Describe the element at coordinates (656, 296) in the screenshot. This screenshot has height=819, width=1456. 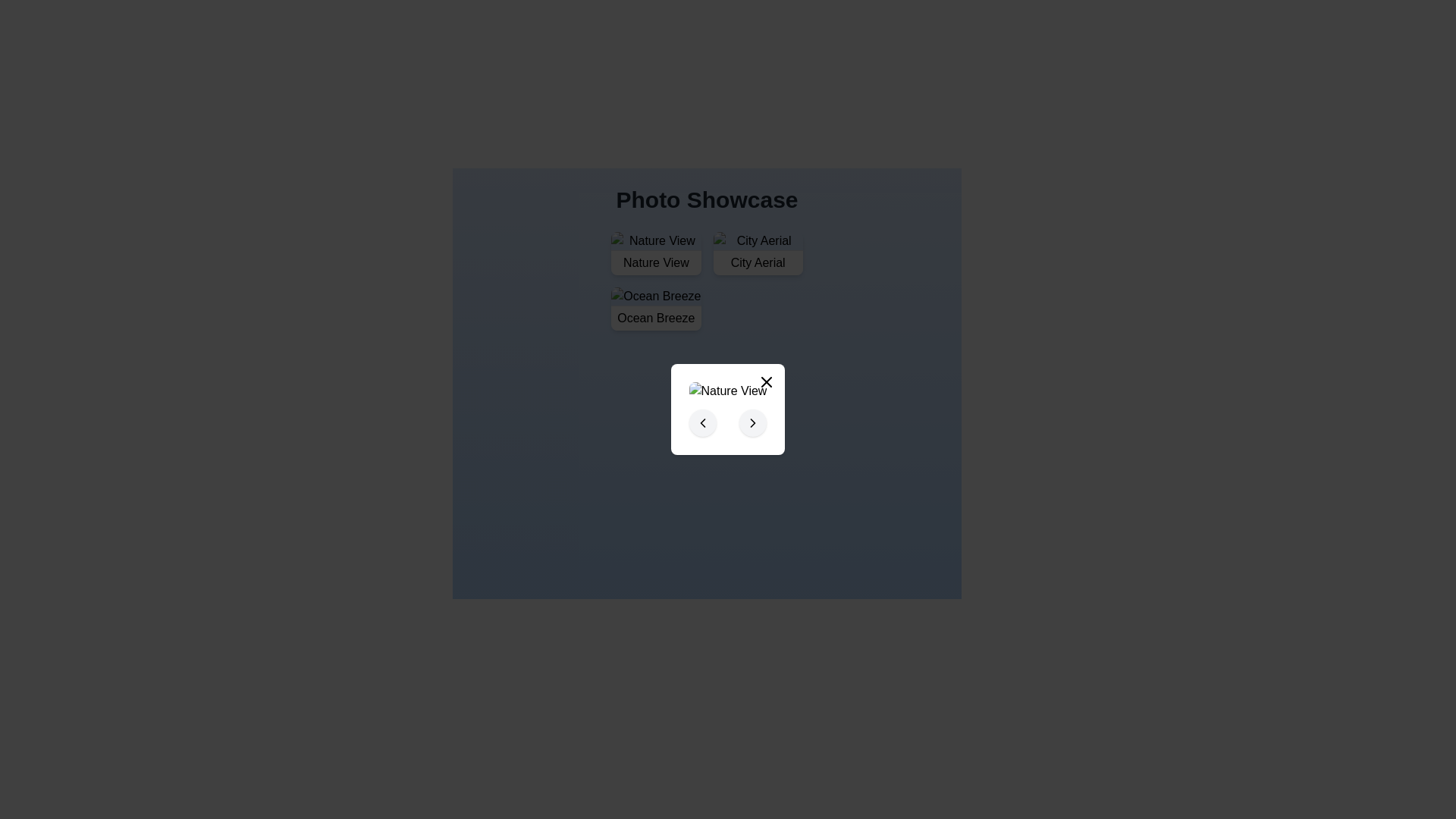
I see `the display image for the content titled 'Ocean Breeze', which serves as a visual indicator or thumbnail` at that location.